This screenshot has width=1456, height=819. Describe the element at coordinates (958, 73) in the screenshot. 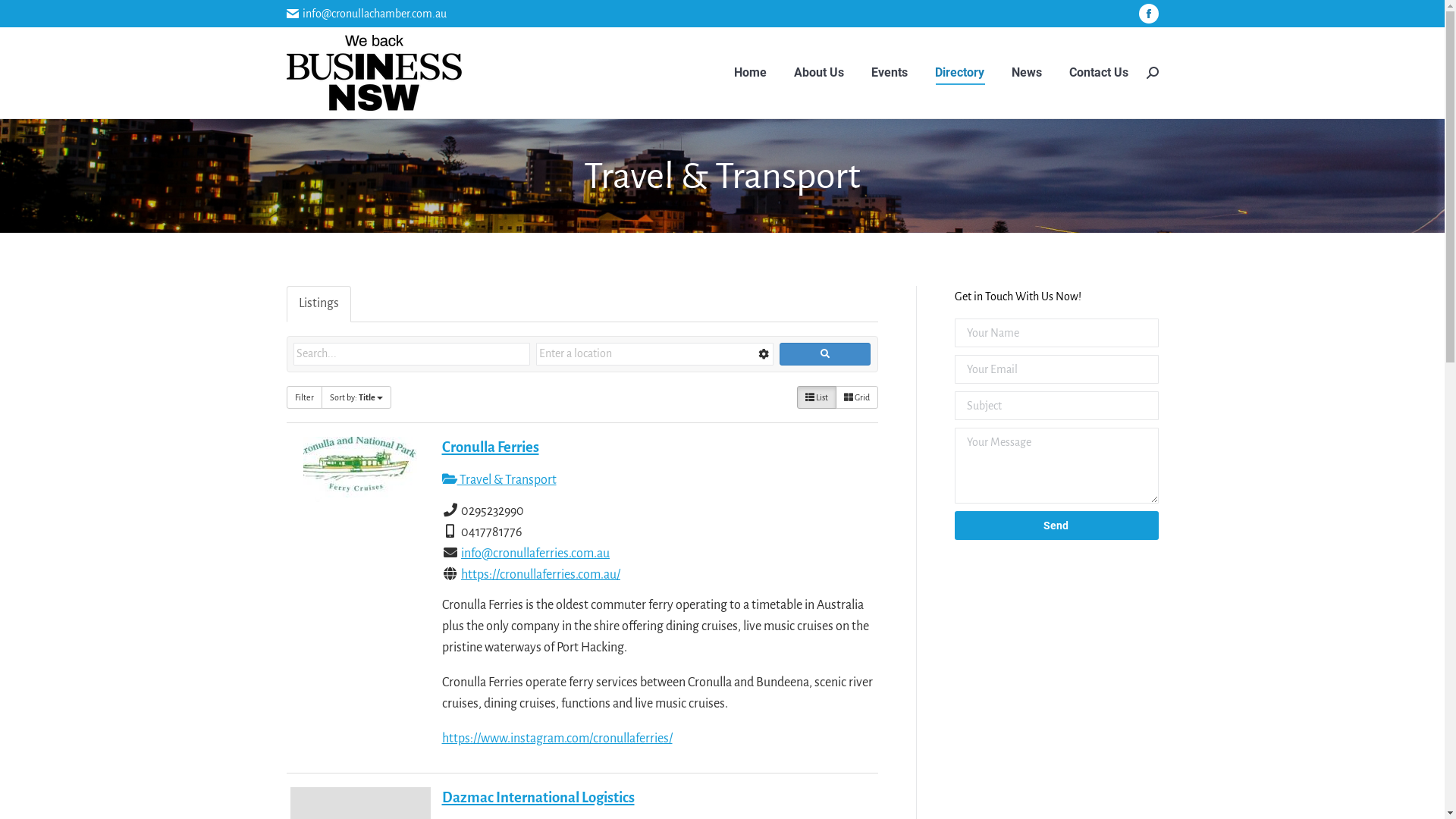

I see `'Directory'` at that location.